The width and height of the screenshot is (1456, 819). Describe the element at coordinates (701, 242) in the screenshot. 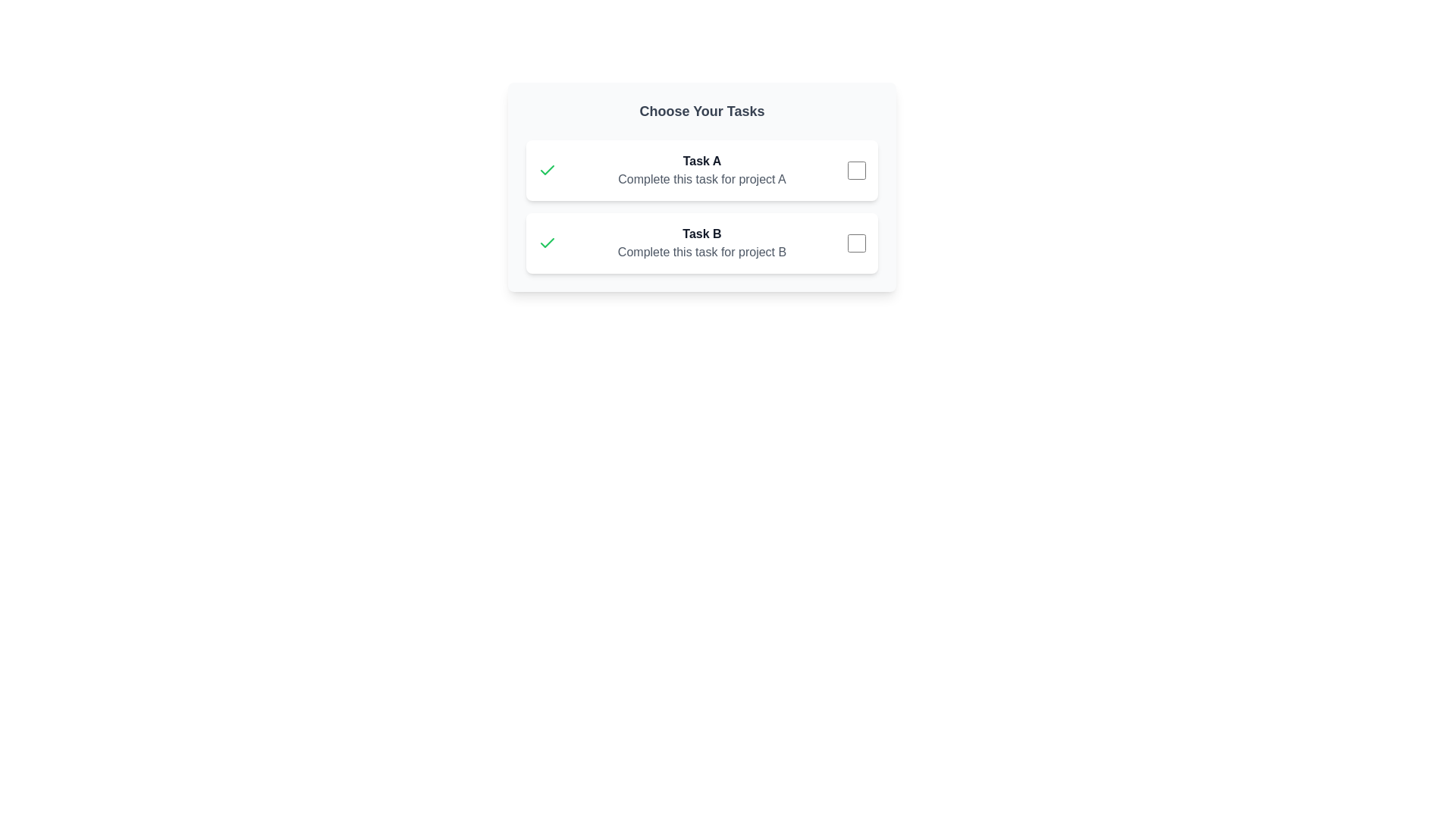

I see `the second Task card in the To-Do list` at that location.